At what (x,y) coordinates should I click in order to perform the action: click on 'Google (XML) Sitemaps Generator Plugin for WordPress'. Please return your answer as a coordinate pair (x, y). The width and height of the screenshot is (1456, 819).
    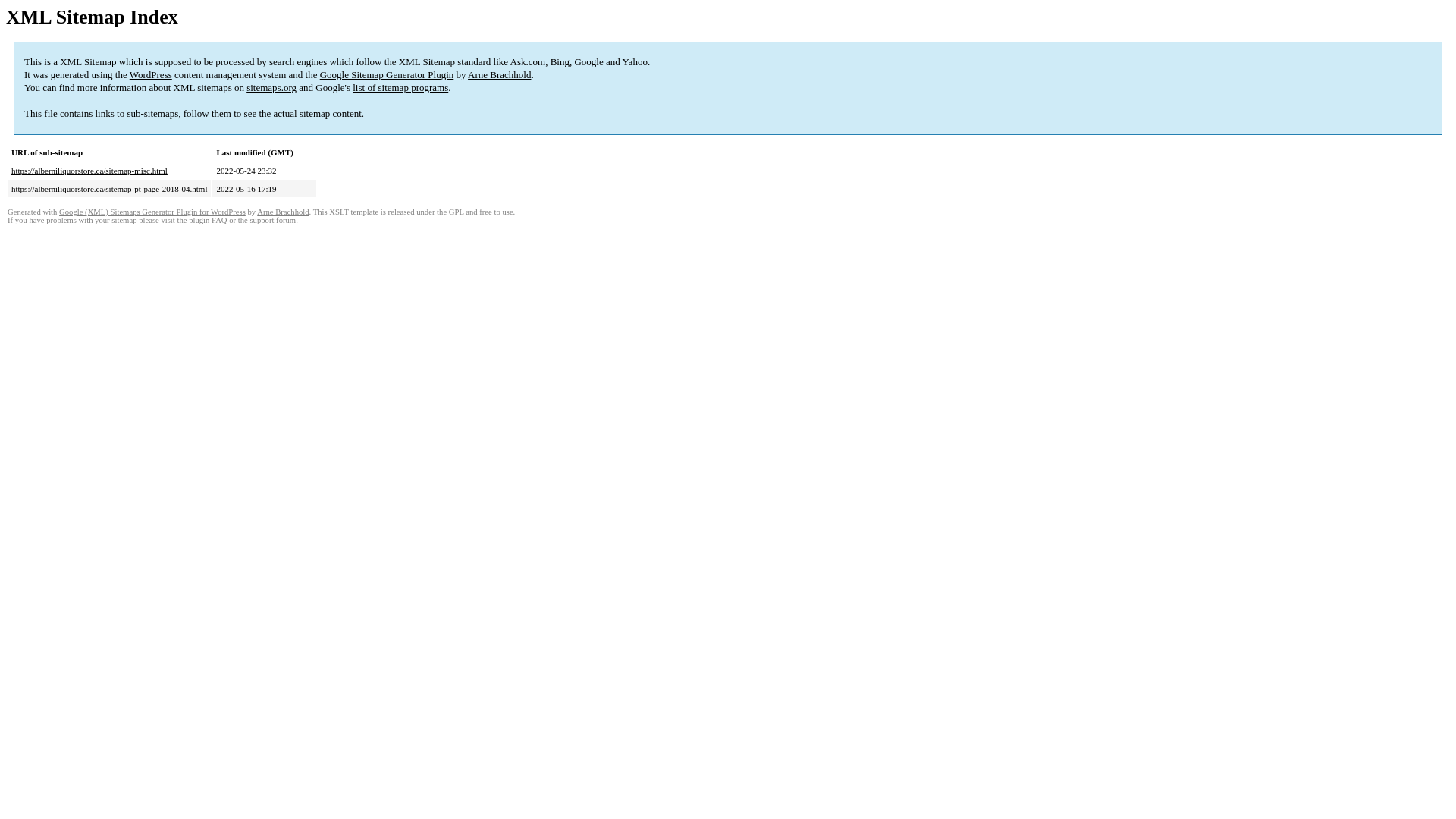
    Looking at the image, I should click on (152, 212).